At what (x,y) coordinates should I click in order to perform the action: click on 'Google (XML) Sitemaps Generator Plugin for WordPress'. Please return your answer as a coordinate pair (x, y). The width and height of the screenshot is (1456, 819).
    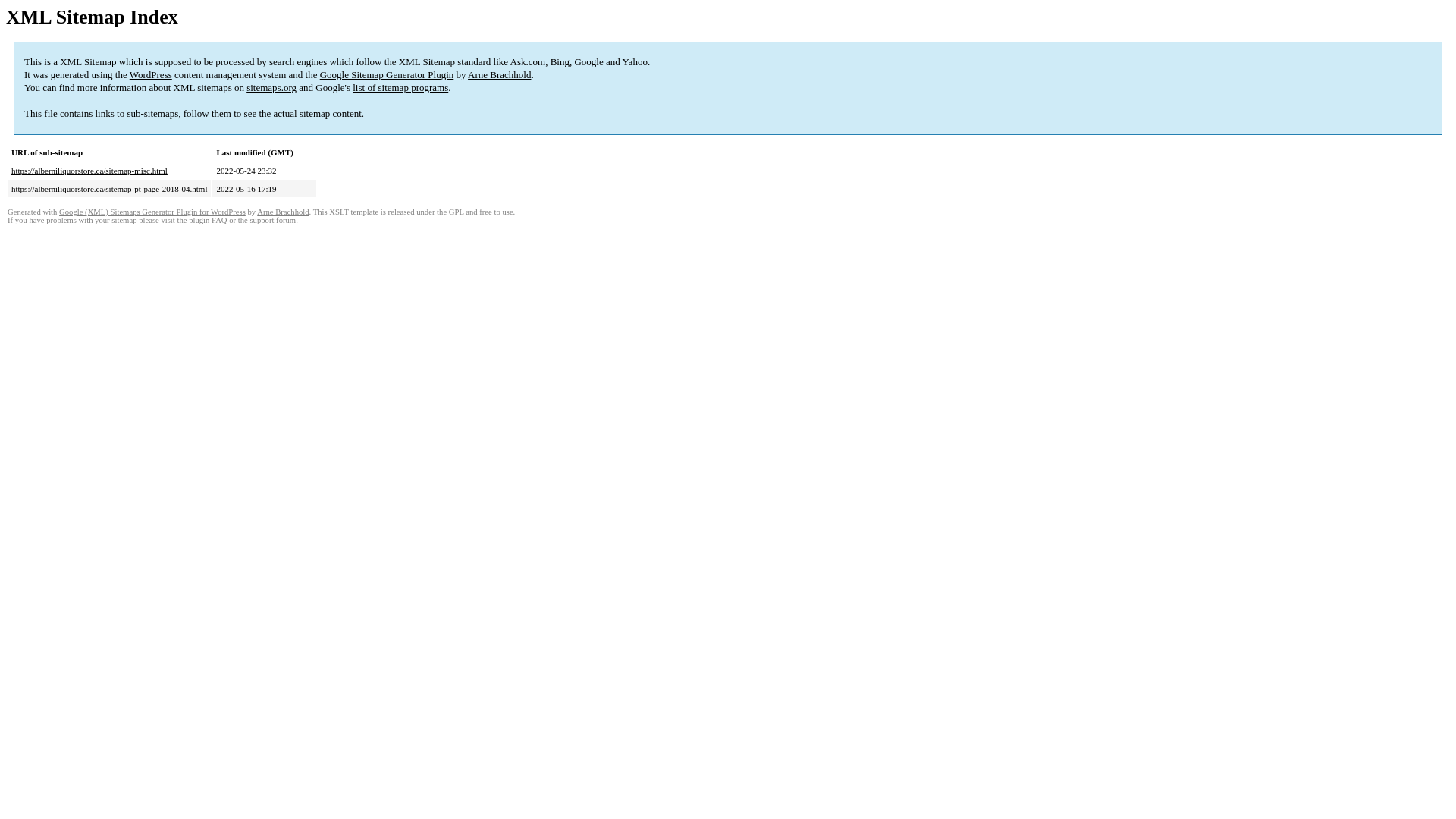
    Looking at the image, I should click on (152, 212).